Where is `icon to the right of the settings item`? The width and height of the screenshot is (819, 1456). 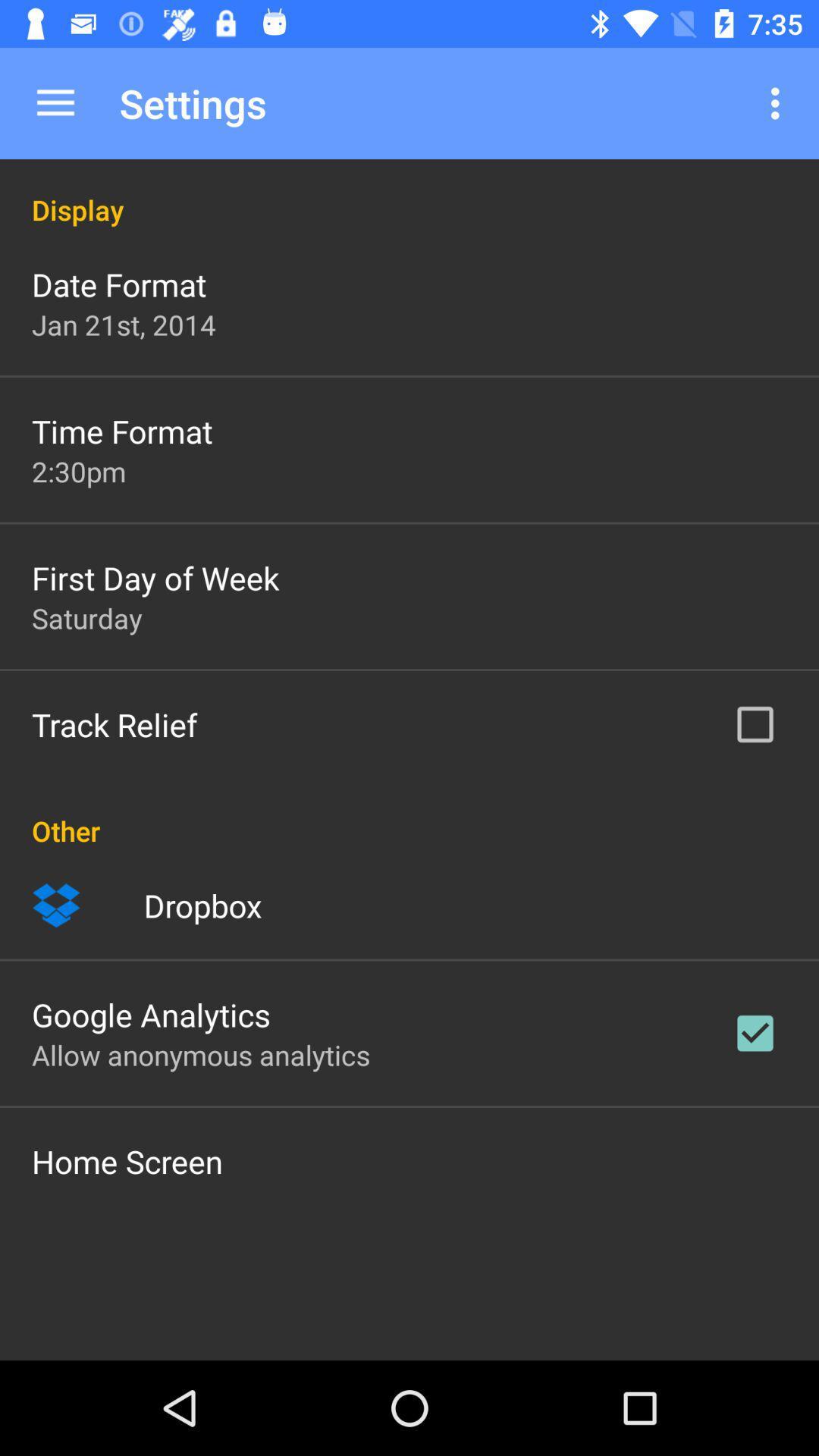 icon to the right of the settings item is located at coordinates (779, 102).